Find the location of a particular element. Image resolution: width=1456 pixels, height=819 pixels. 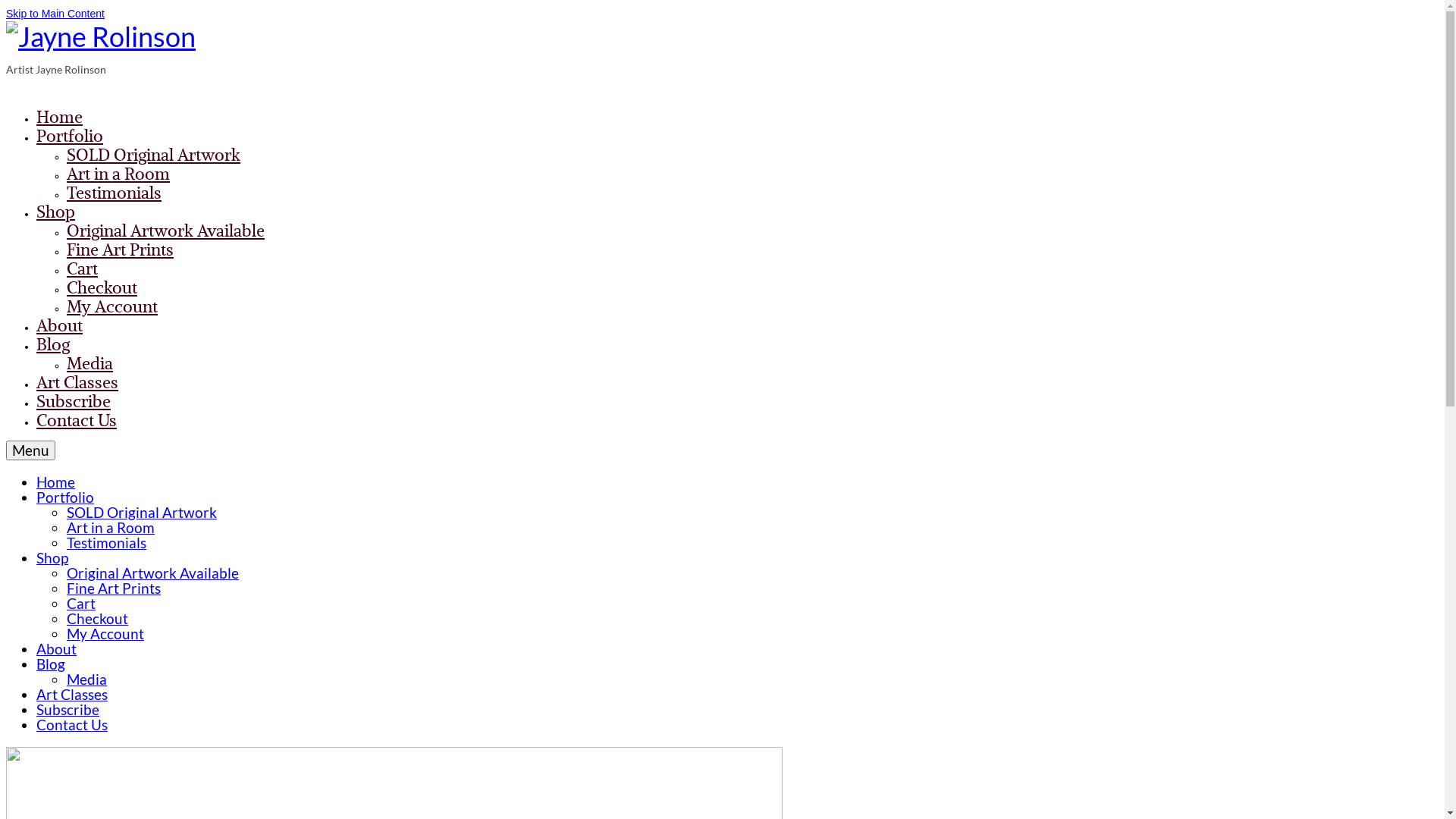

'My Account' is located at coordinates (105, 633).